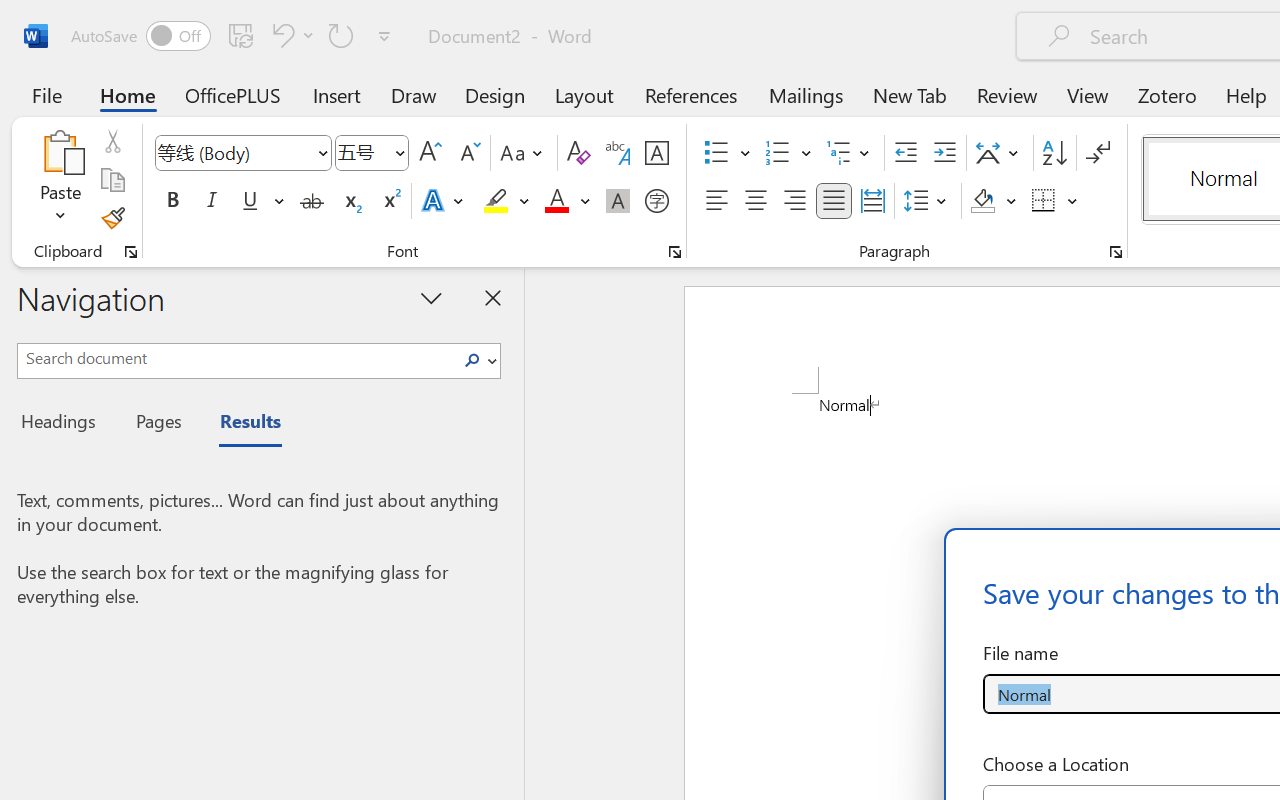 The width and height of the screenshot is (1280, 800). Describe the element at coordinates (755, 201) in the screenshot. I see `'Center'` at that location.